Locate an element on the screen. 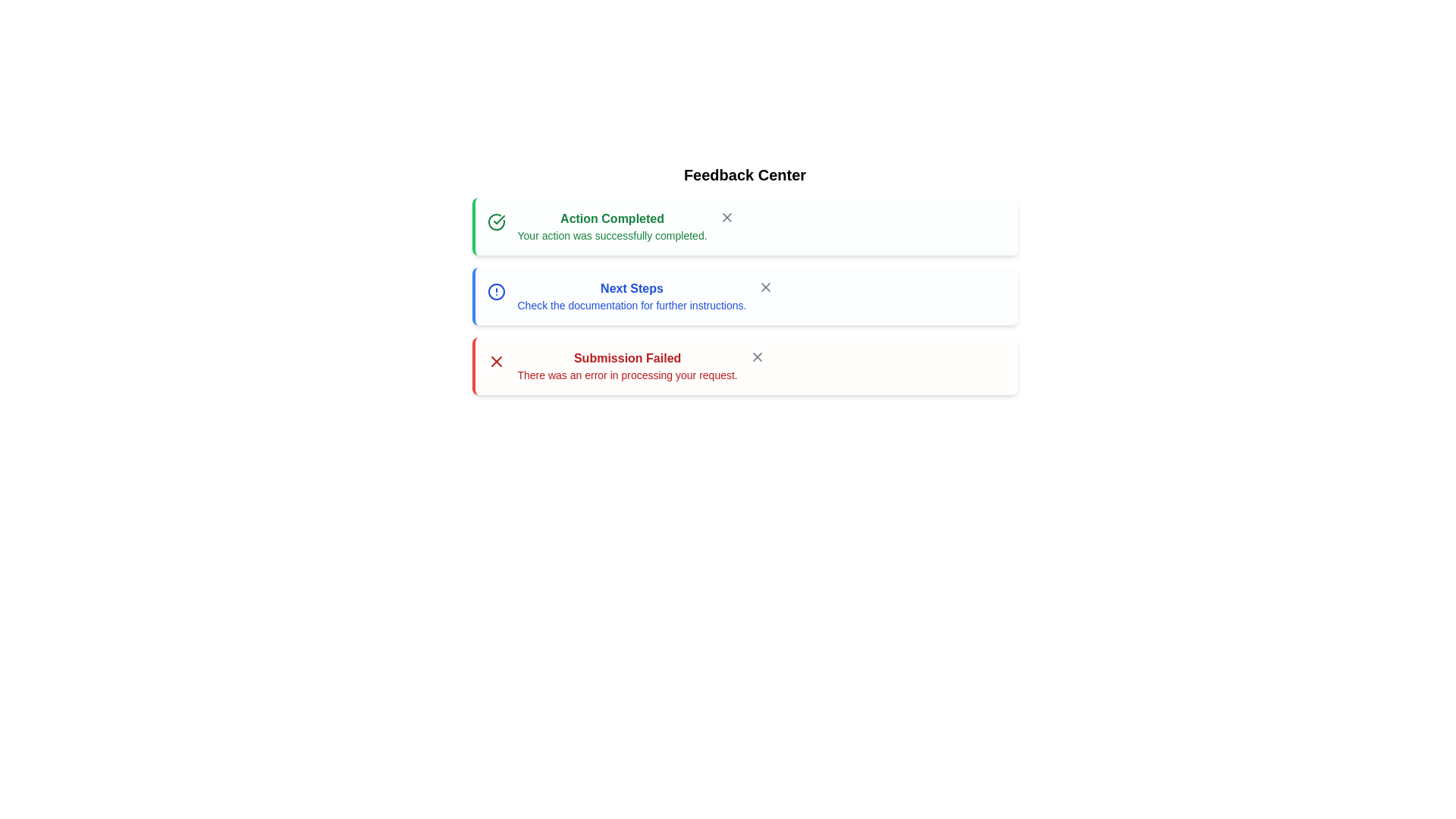 The image size is (1456, 819). the alert with error type to see the hover effect is located at coordinates (745, 366).